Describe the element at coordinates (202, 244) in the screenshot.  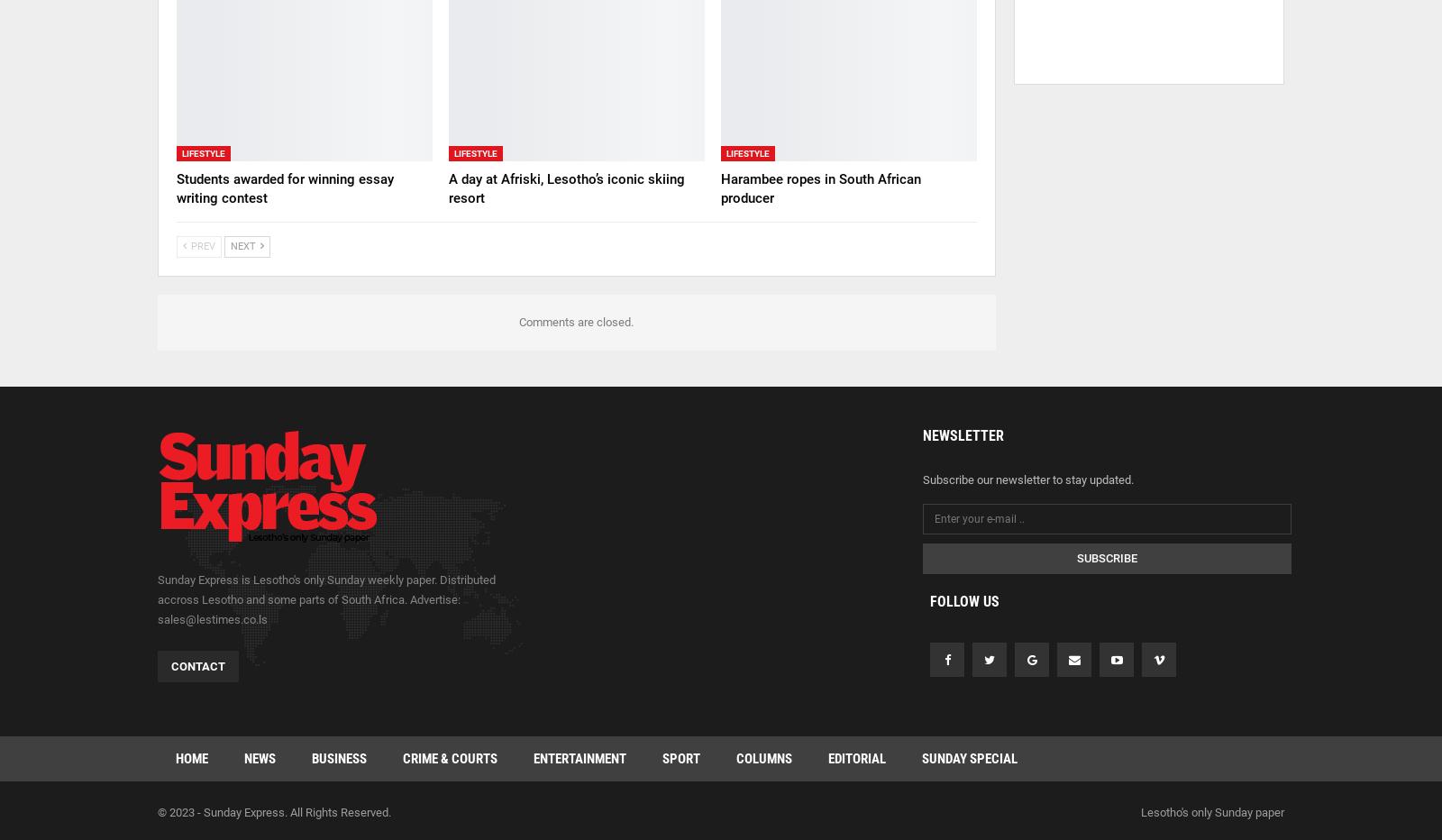
I see `'Prev'` at that location.